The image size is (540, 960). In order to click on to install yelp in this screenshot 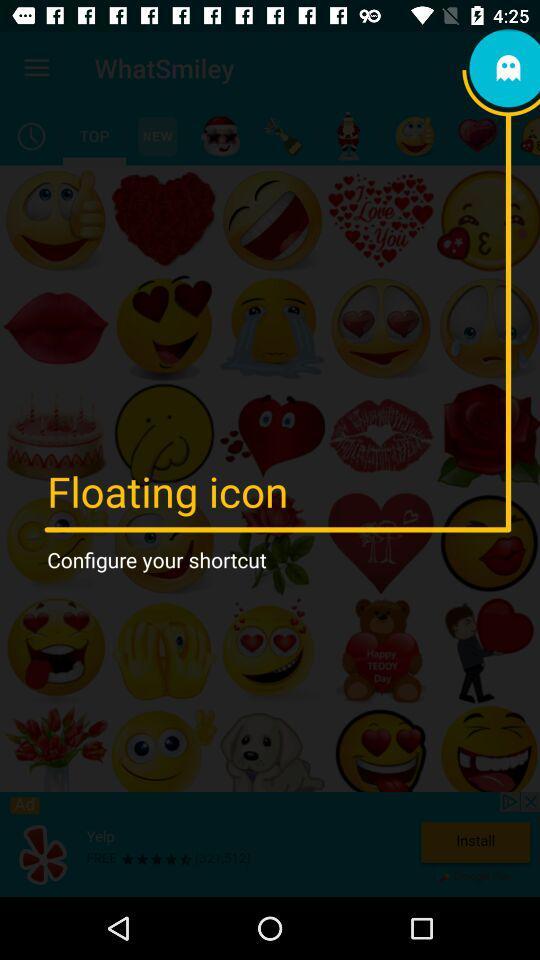, I will do `click(270, 843)`.